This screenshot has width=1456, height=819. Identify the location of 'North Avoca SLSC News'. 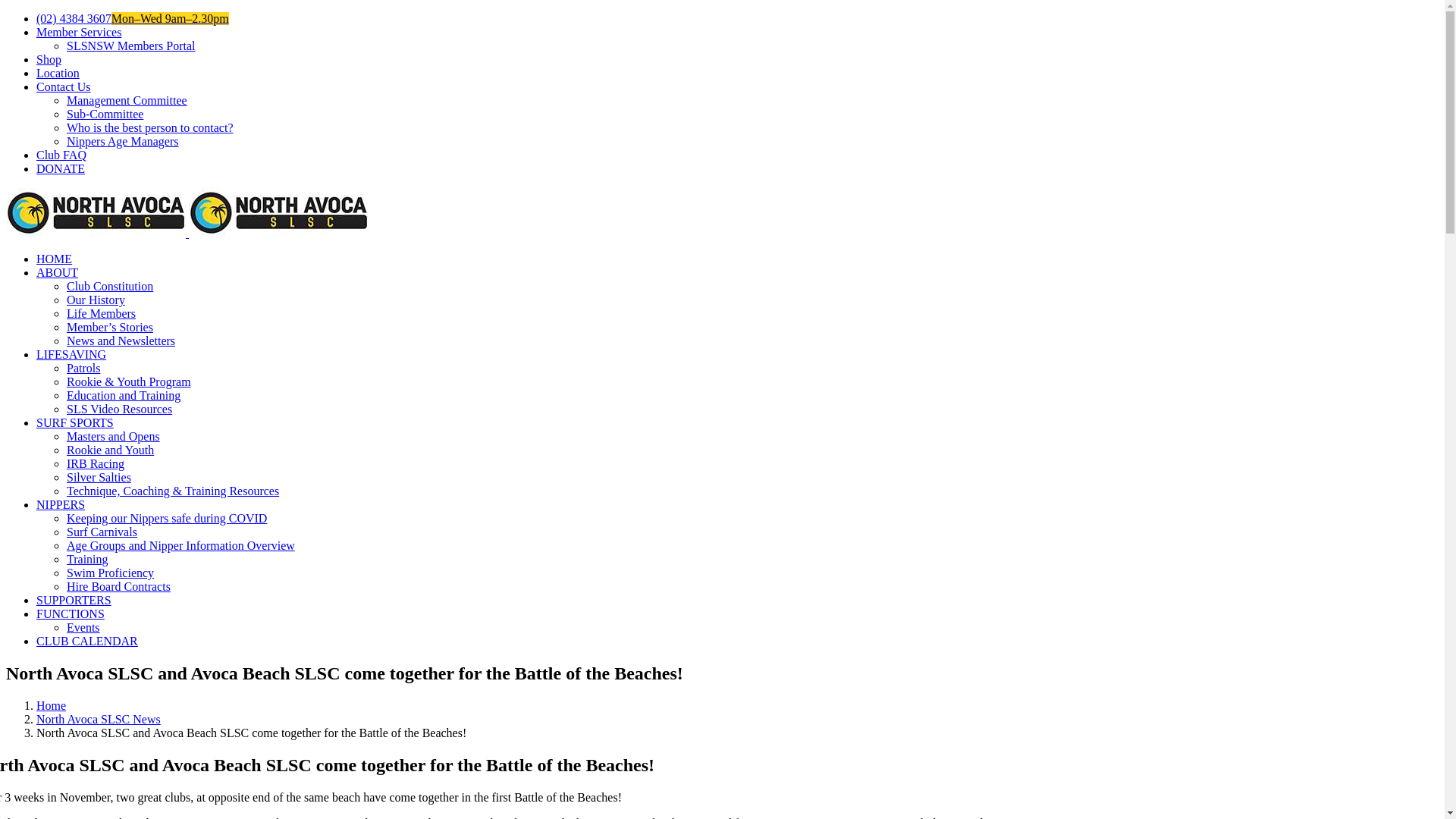
(97, 718).